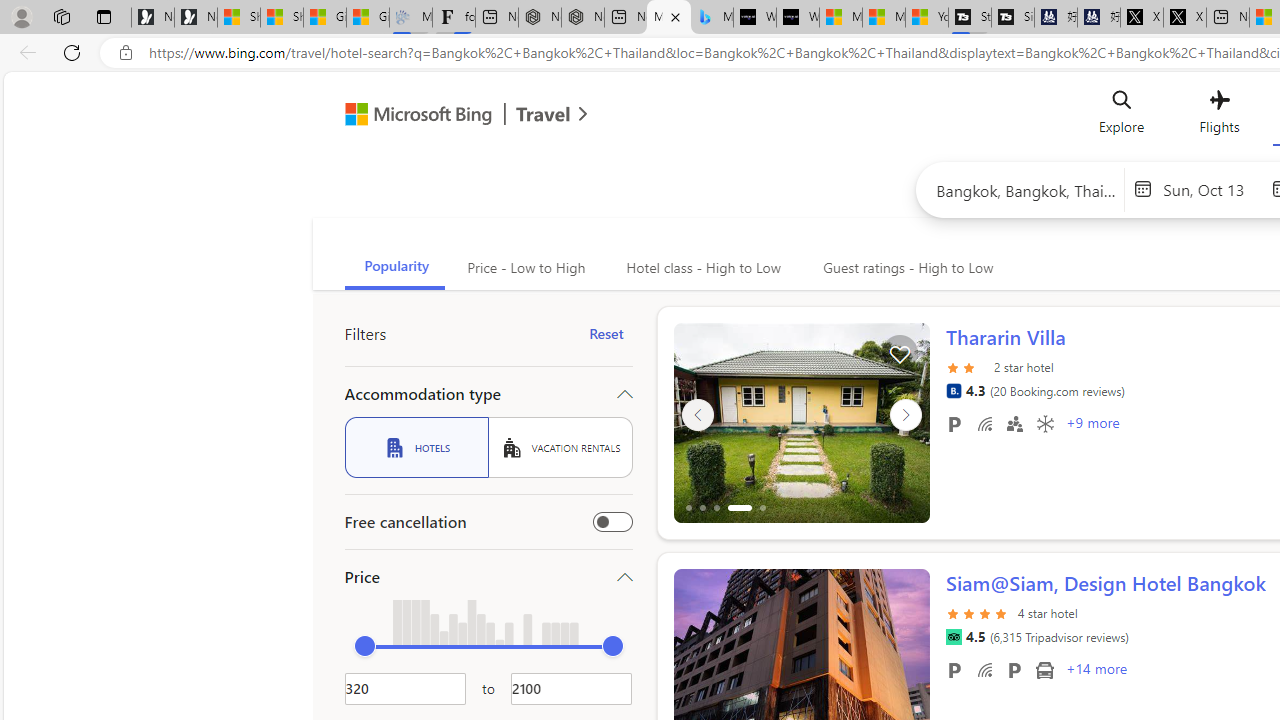 This screenshot has width=1280, height=720. I want to click on 'X', so click(1184, 17).